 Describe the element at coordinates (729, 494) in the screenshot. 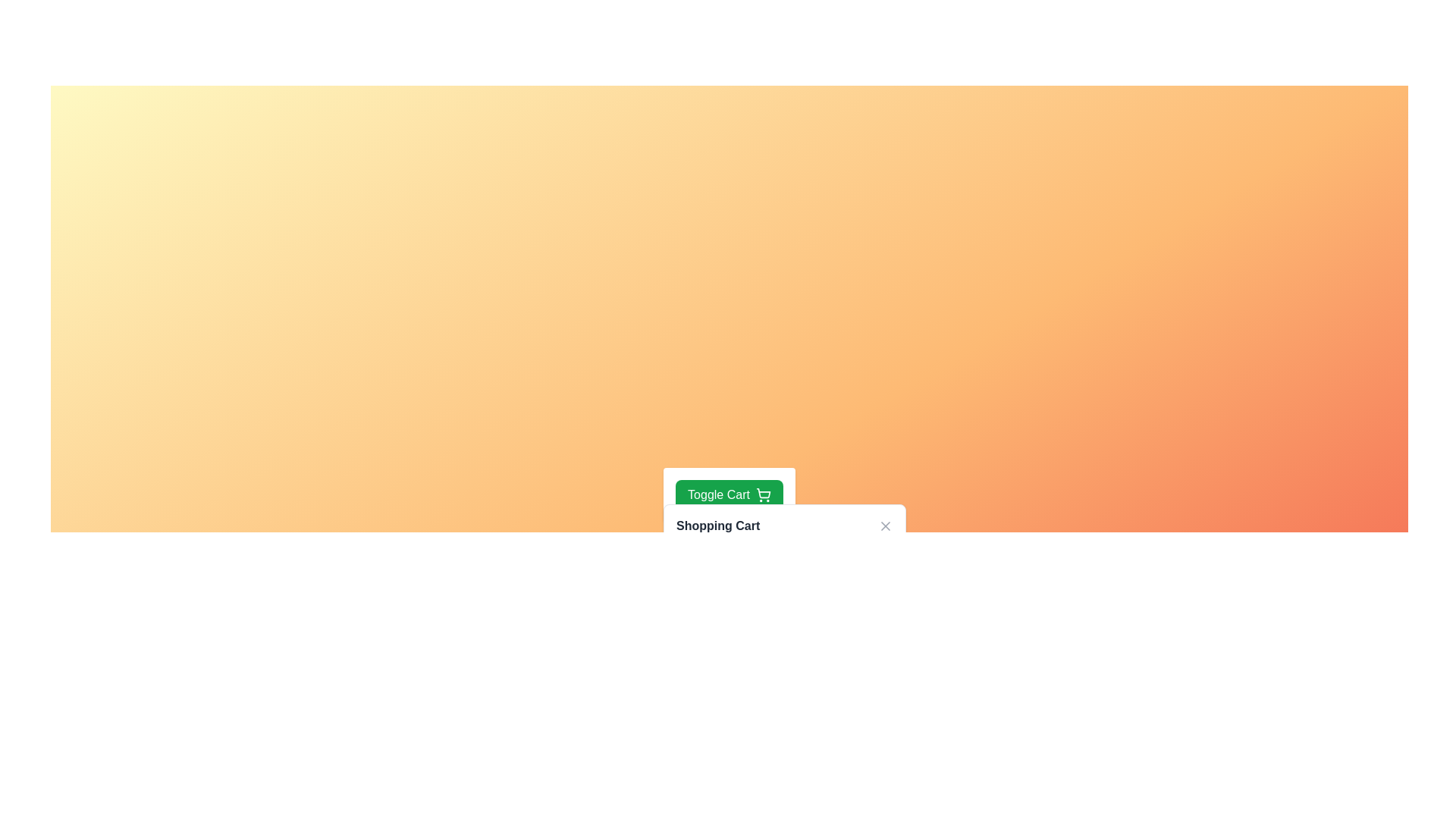

I see `the green 'Toggle Cart' button with rounded corners to observe visual feedback` at that location.